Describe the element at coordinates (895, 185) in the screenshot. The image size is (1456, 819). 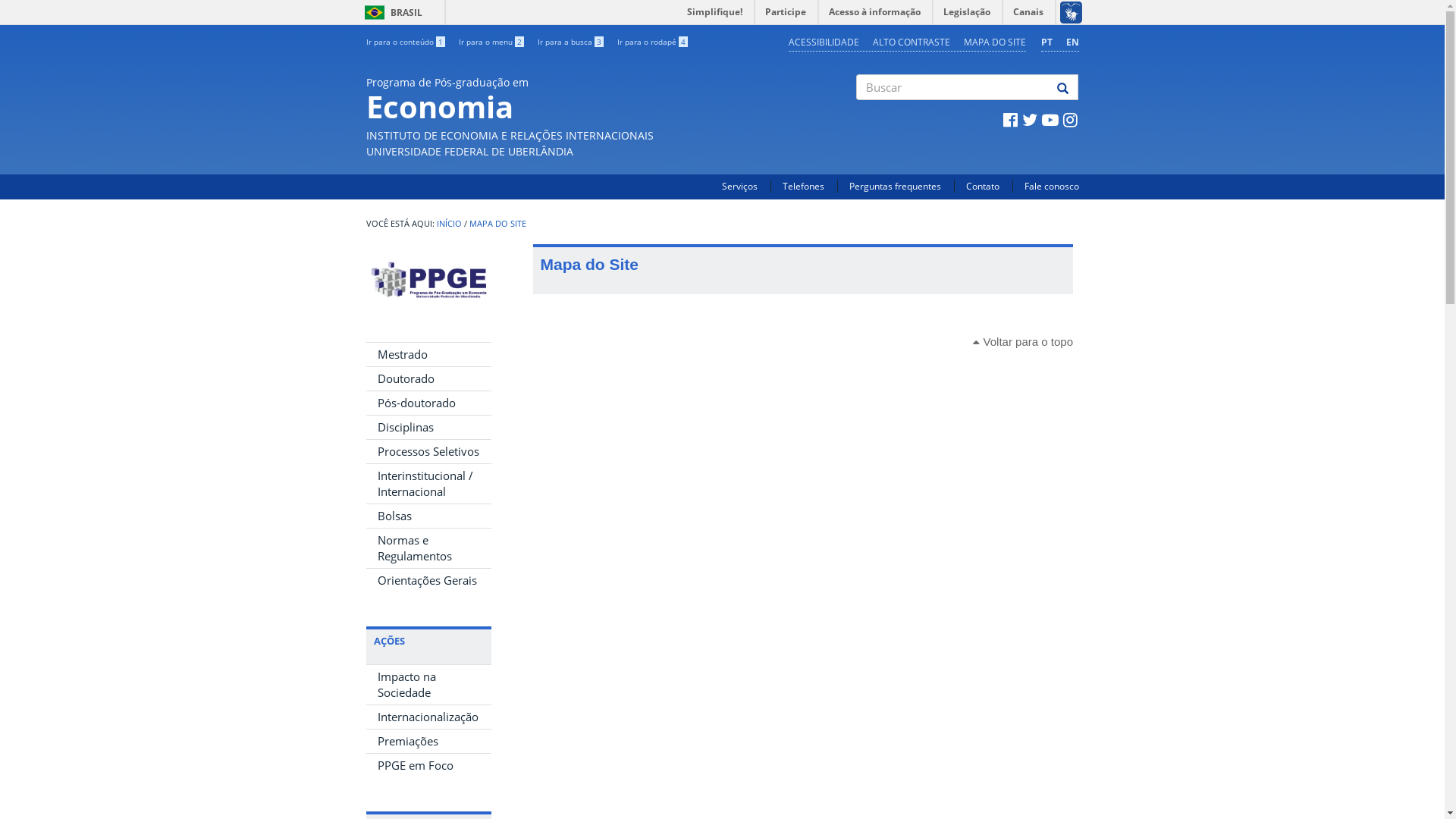
I see `'Perguntas frequentes'` at that location.